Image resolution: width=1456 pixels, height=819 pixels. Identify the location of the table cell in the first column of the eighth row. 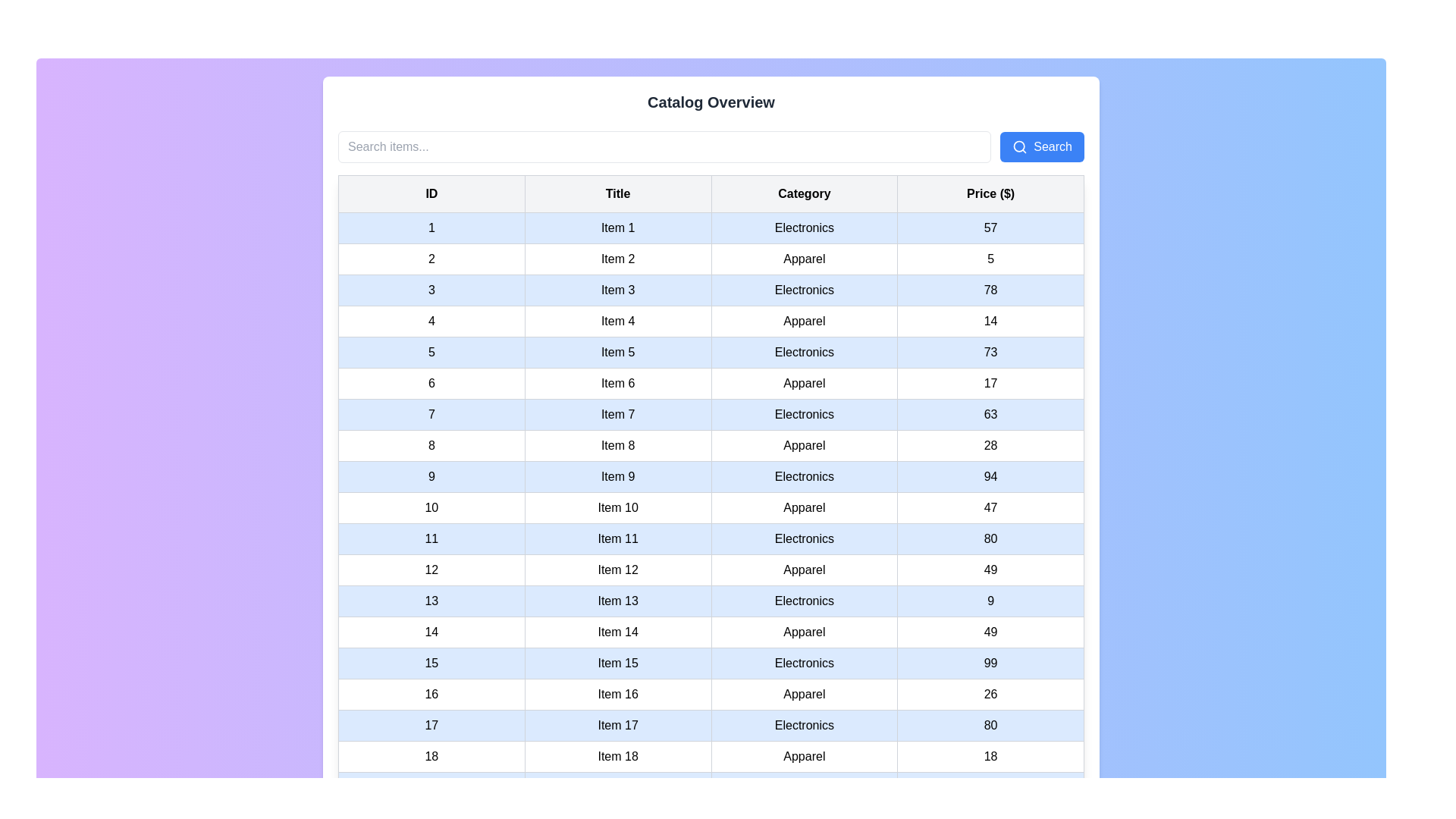
(431, 444).